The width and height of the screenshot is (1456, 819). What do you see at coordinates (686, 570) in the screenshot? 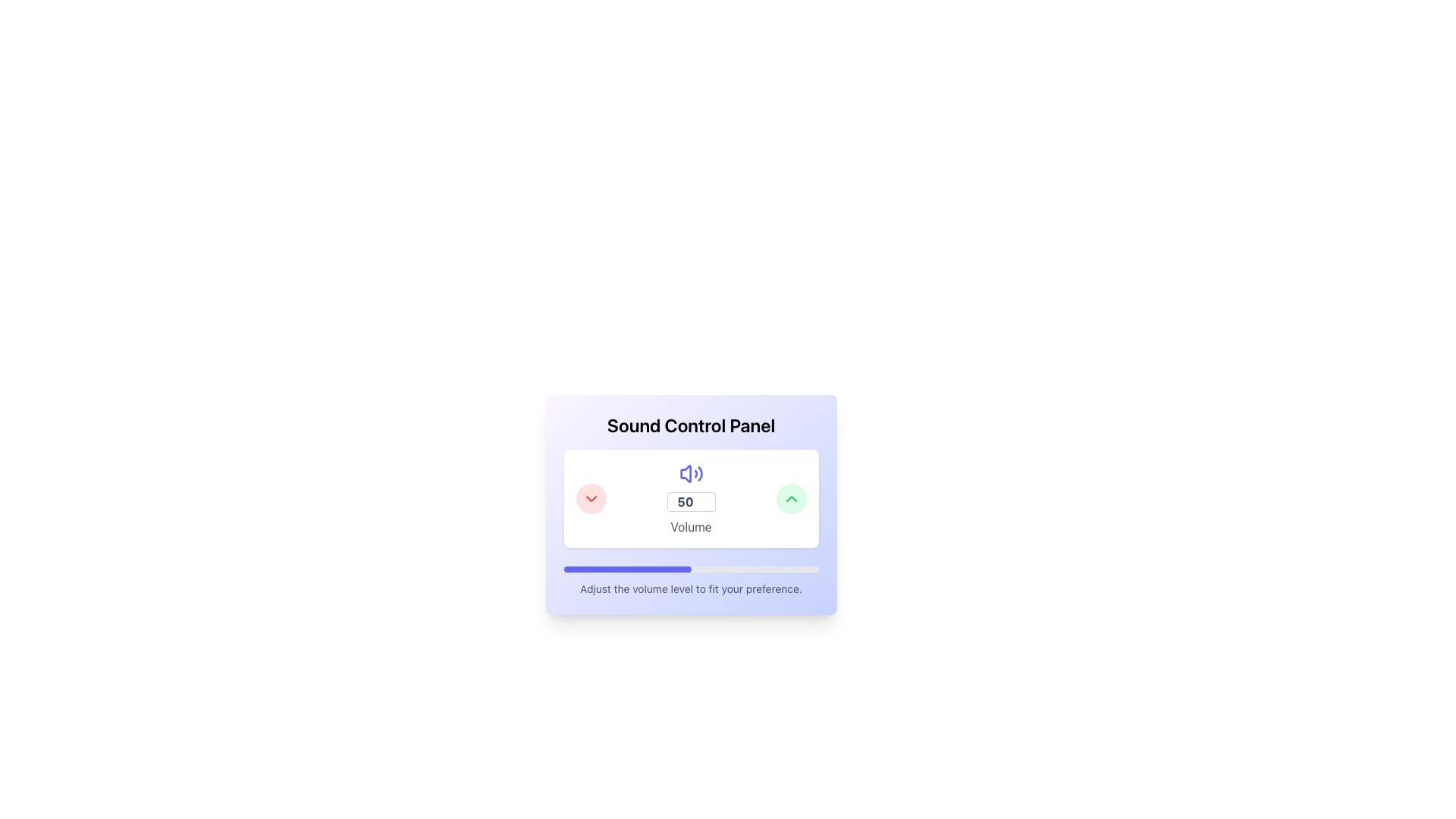
I see `the volume` at bounding box center [686, 570].